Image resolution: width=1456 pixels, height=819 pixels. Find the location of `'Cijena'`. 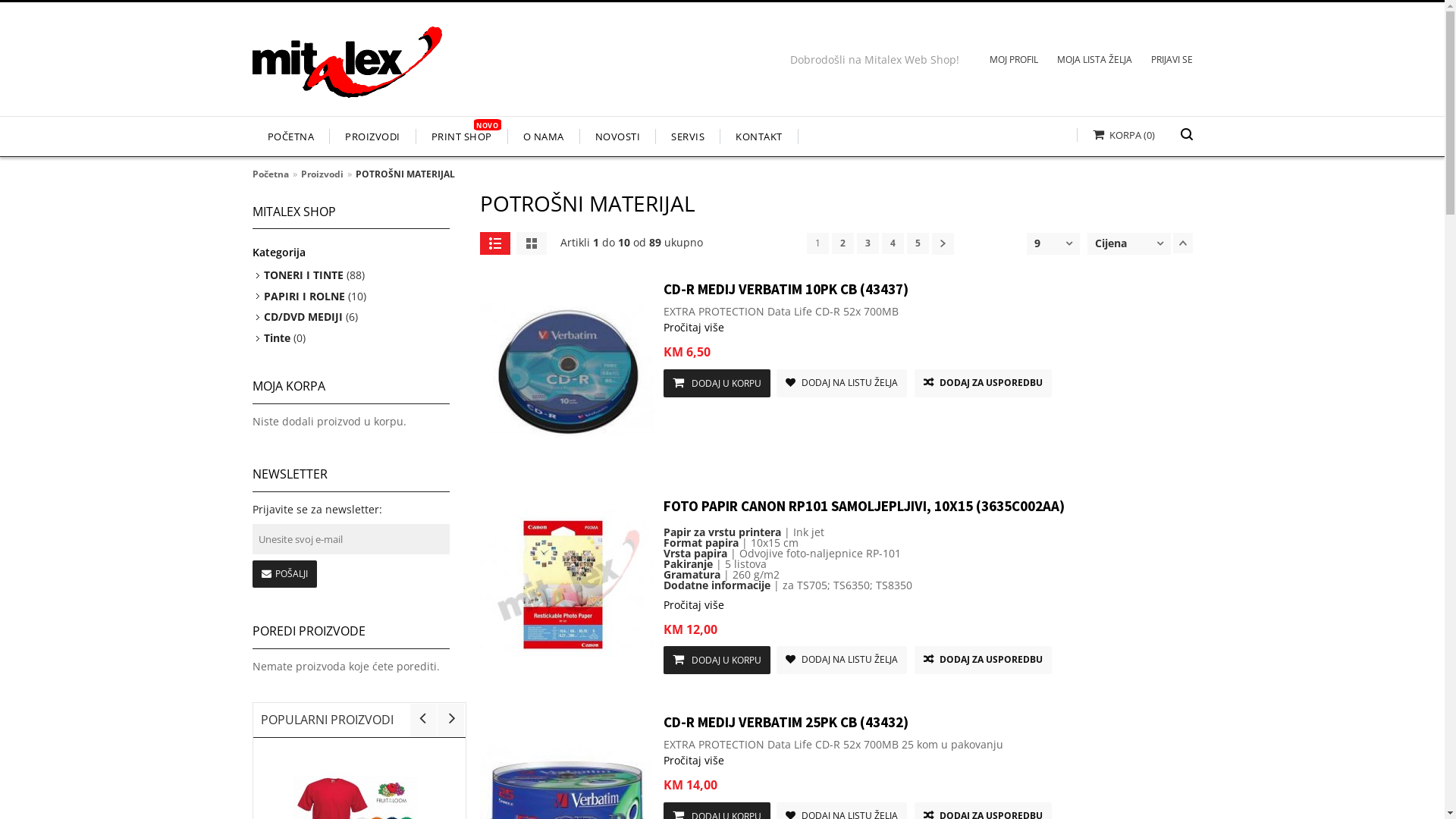

'Cijena' is located at coordinates (1095, 242).